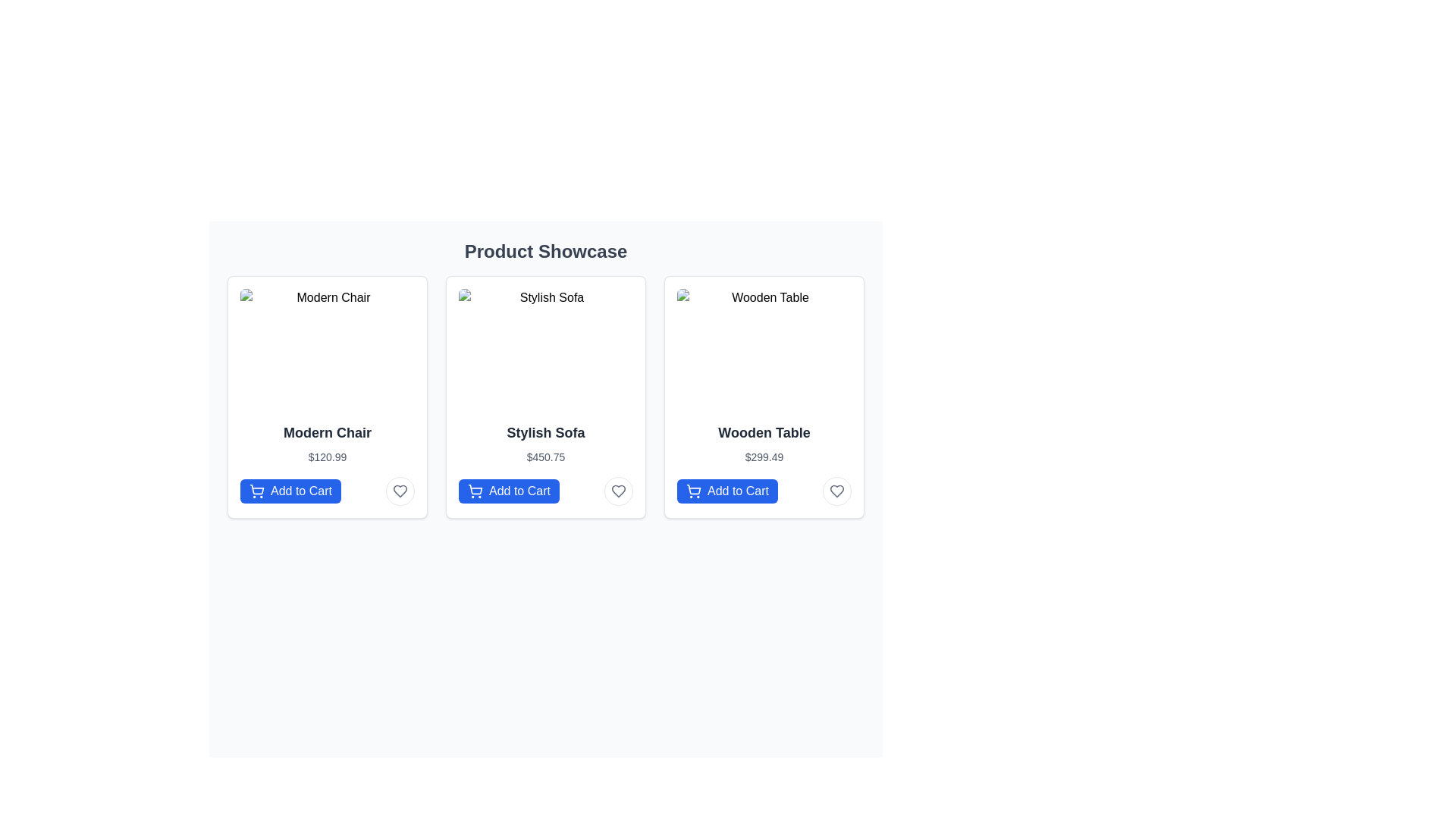 The width and height of the screenshot is (1456, 819). I want to click on the heart icon located in the bottom-right corner of the product card for 'Modern Chair' to favorite the item, so click(400, 491).